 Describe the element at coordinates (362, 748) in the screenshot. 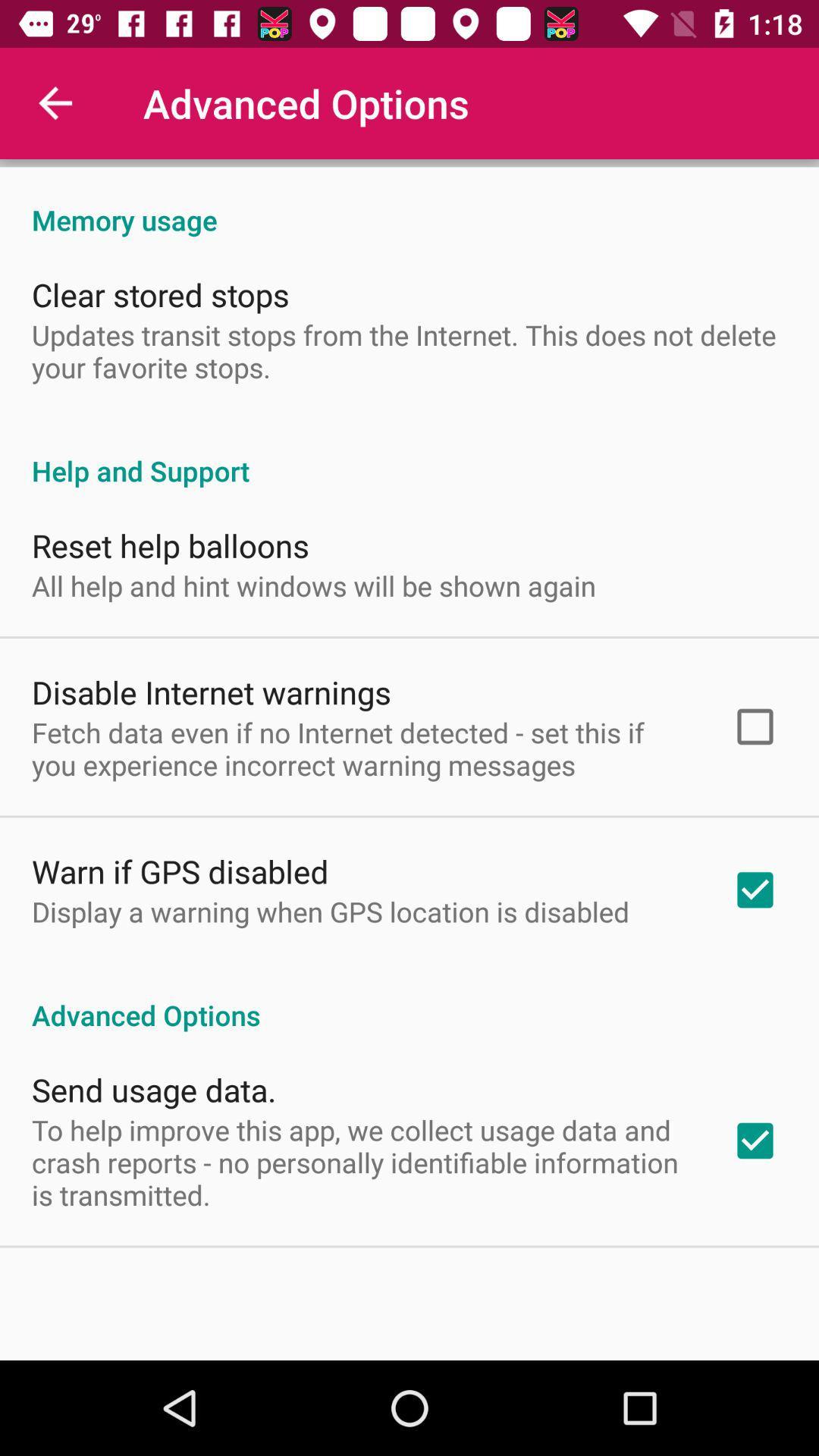

I see `the icon below the disable internet warnings` at that location.